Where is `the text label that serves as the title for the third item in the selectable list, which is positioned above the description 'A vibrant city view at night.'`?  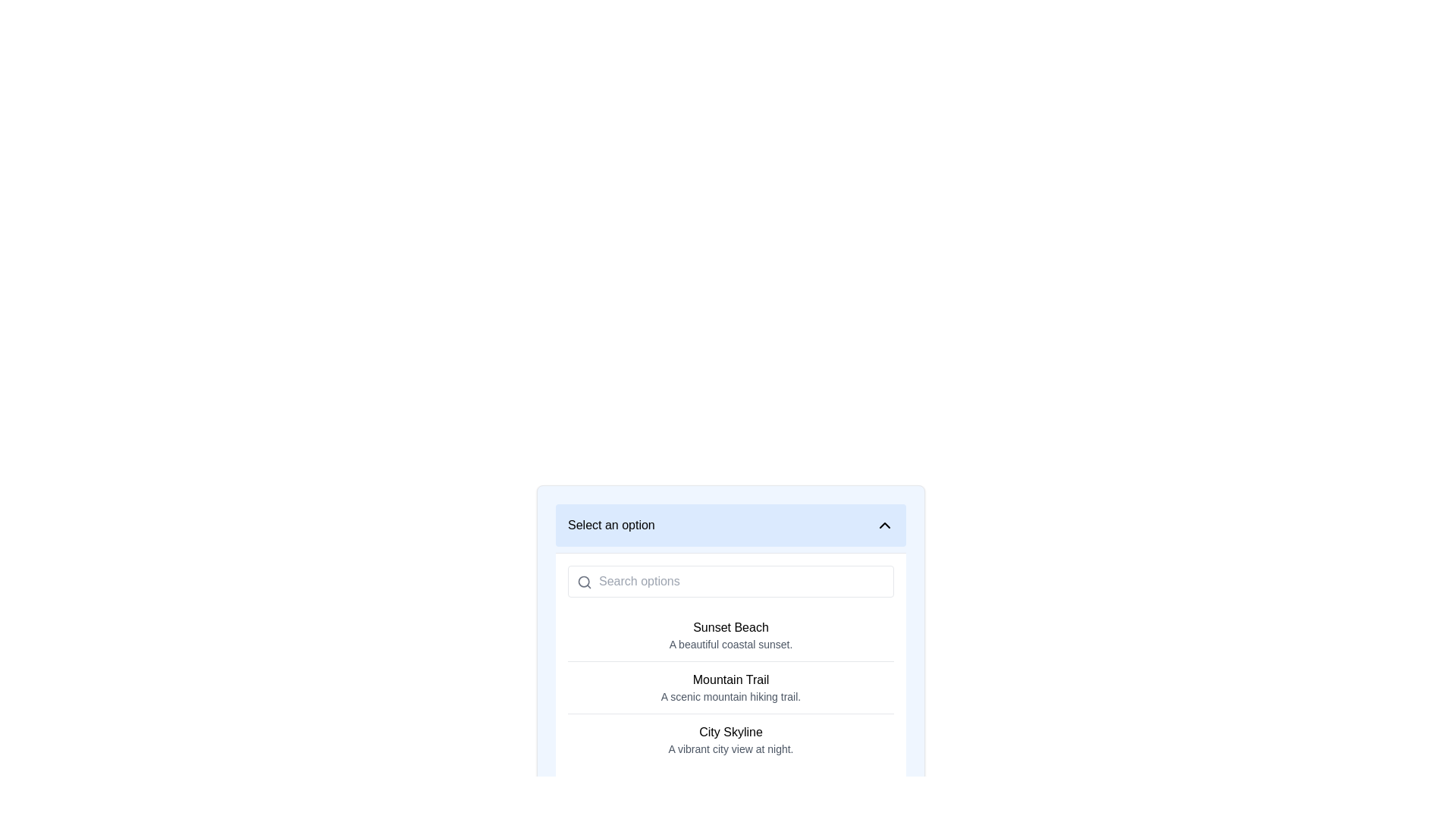
the text label that serves as the title for the third item in the selectable list, which is positioned above the description 'A vibrant city view at night.' is located at coordinates (731, 731).